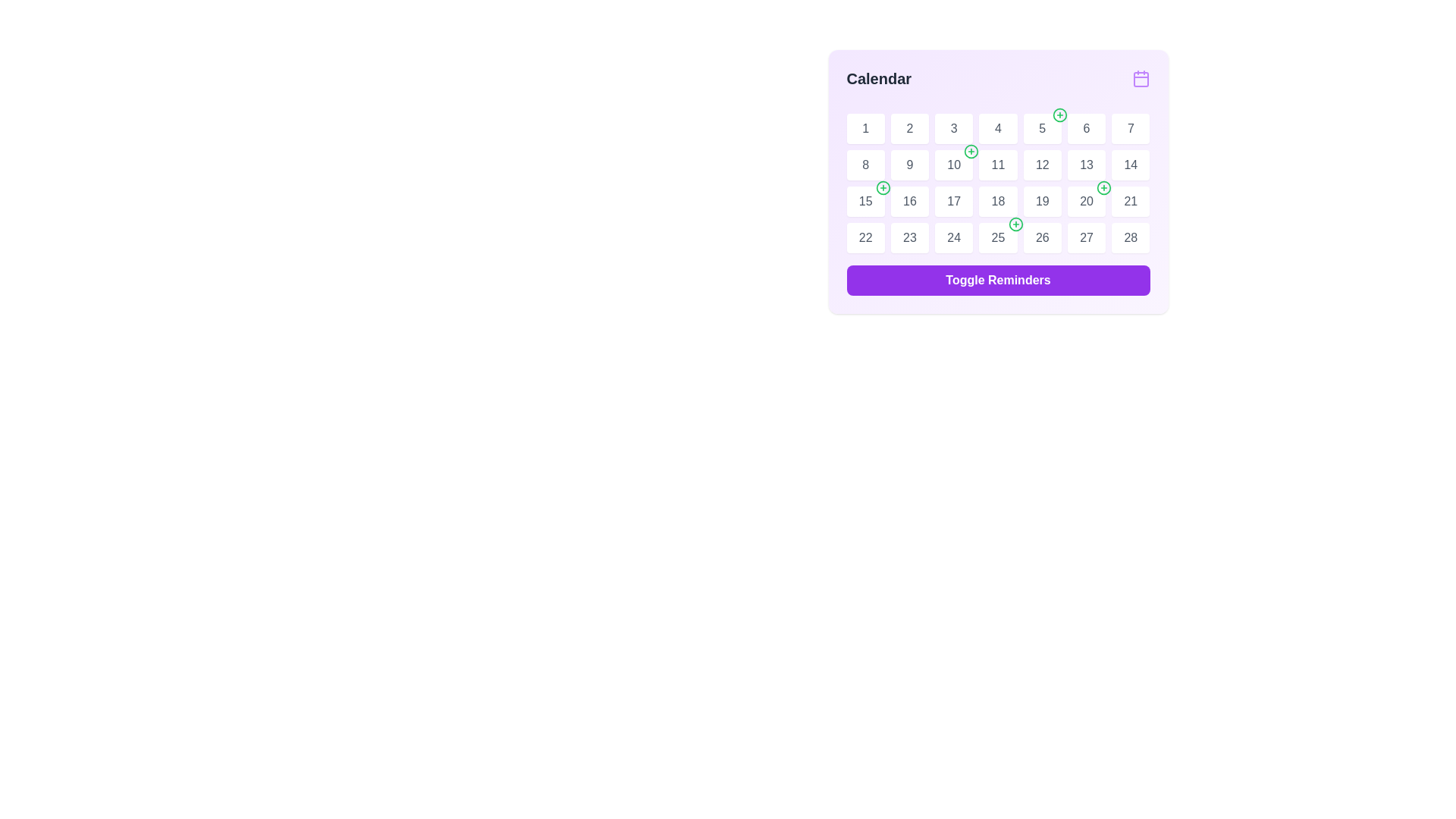 This screenshot has width=1456, height=819. What do you see at coordinates (1086, 165) in the screenshot?
I see `date displayed in the Text component representing the 13th day of the month in the calendar layout` at bounding box center [1086, 165].